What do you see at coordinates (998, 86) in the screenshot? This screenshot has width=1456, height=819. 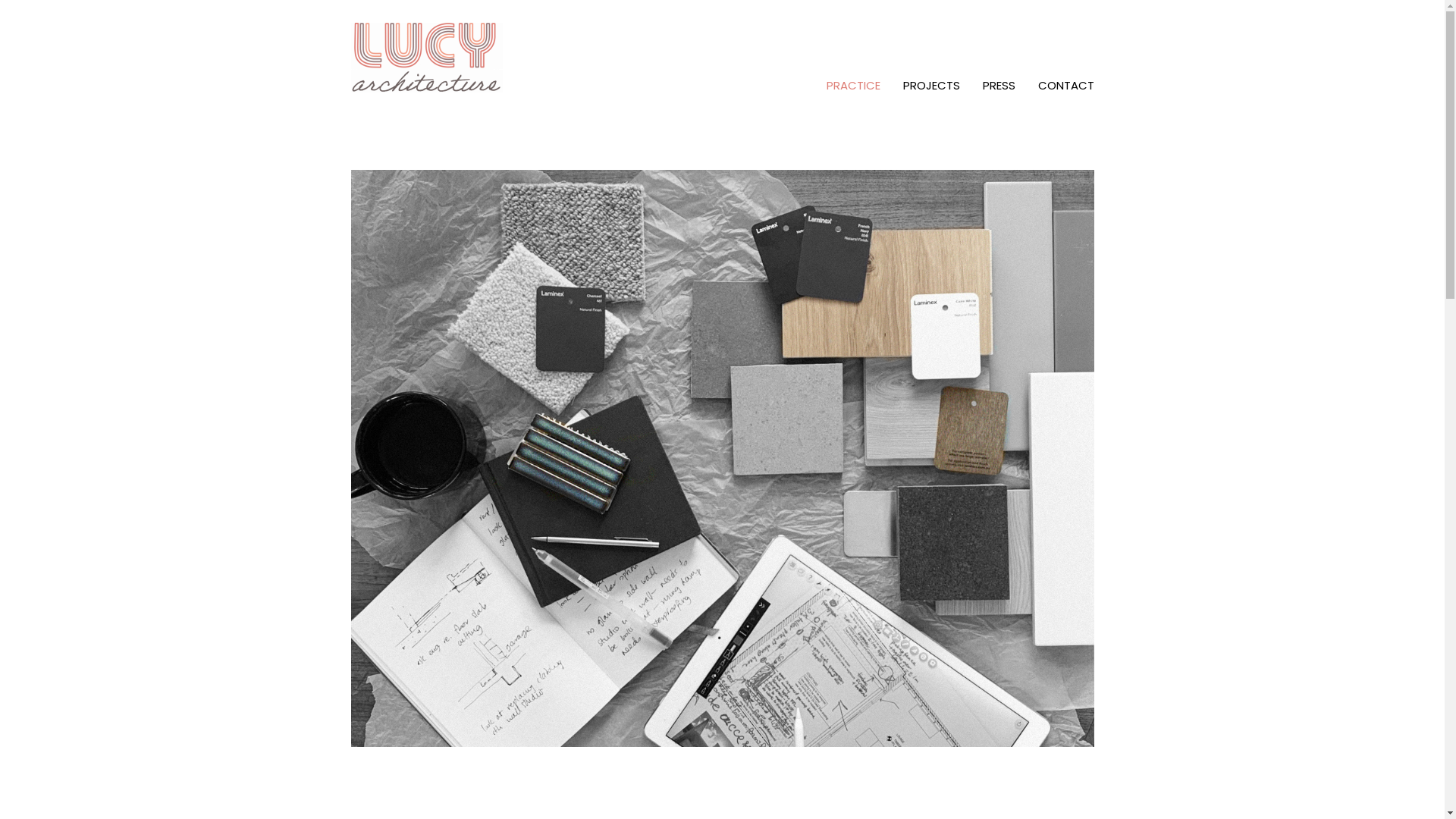 I see `'PRESS'` at bounding box center [998, 86].